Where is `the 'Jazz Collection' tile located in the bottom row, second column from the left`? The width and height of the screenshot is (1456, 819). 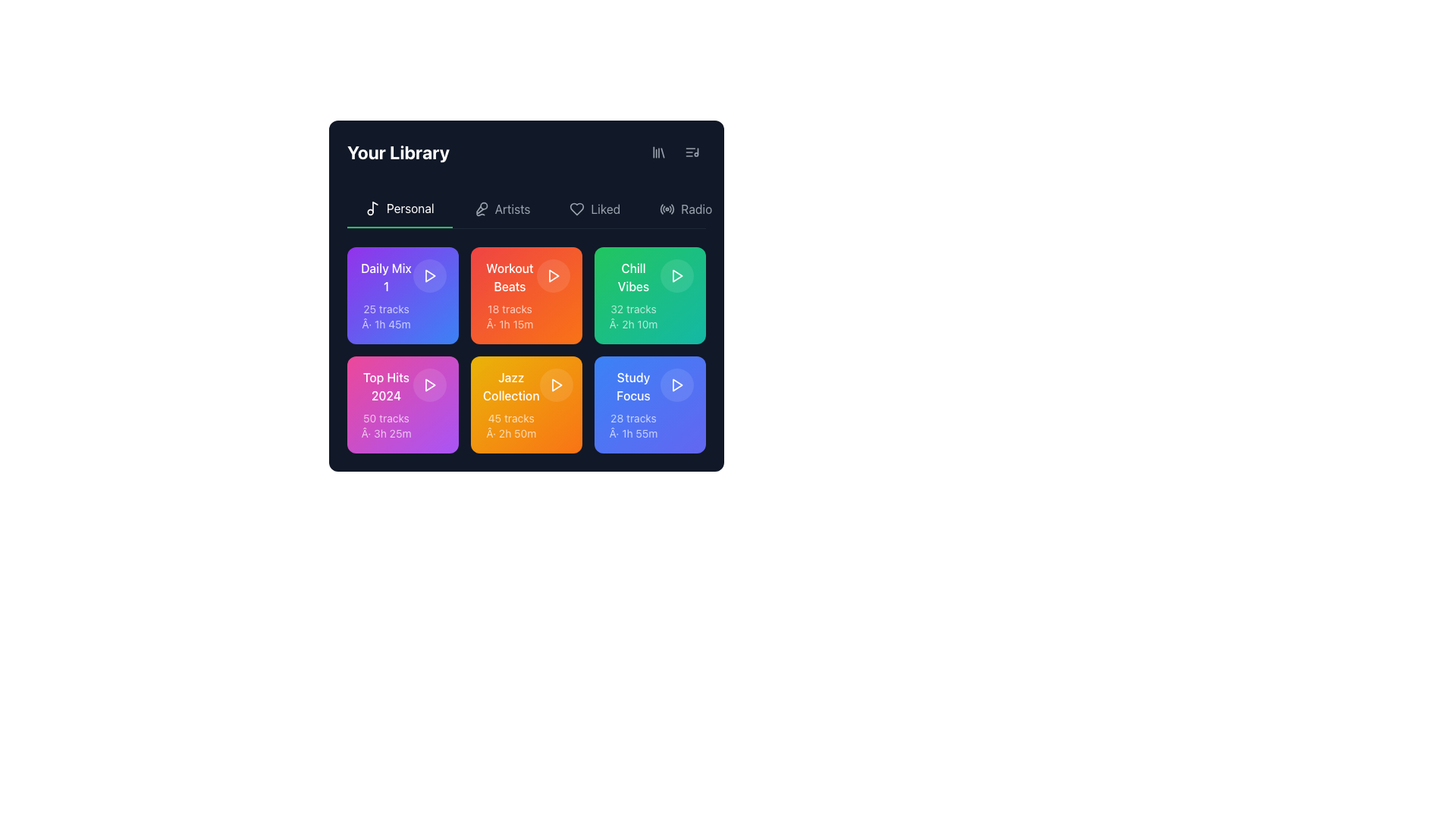 the 'Jazz Collection' tile located in the bottom row, second column from the left is located at coordinates (526, 403).